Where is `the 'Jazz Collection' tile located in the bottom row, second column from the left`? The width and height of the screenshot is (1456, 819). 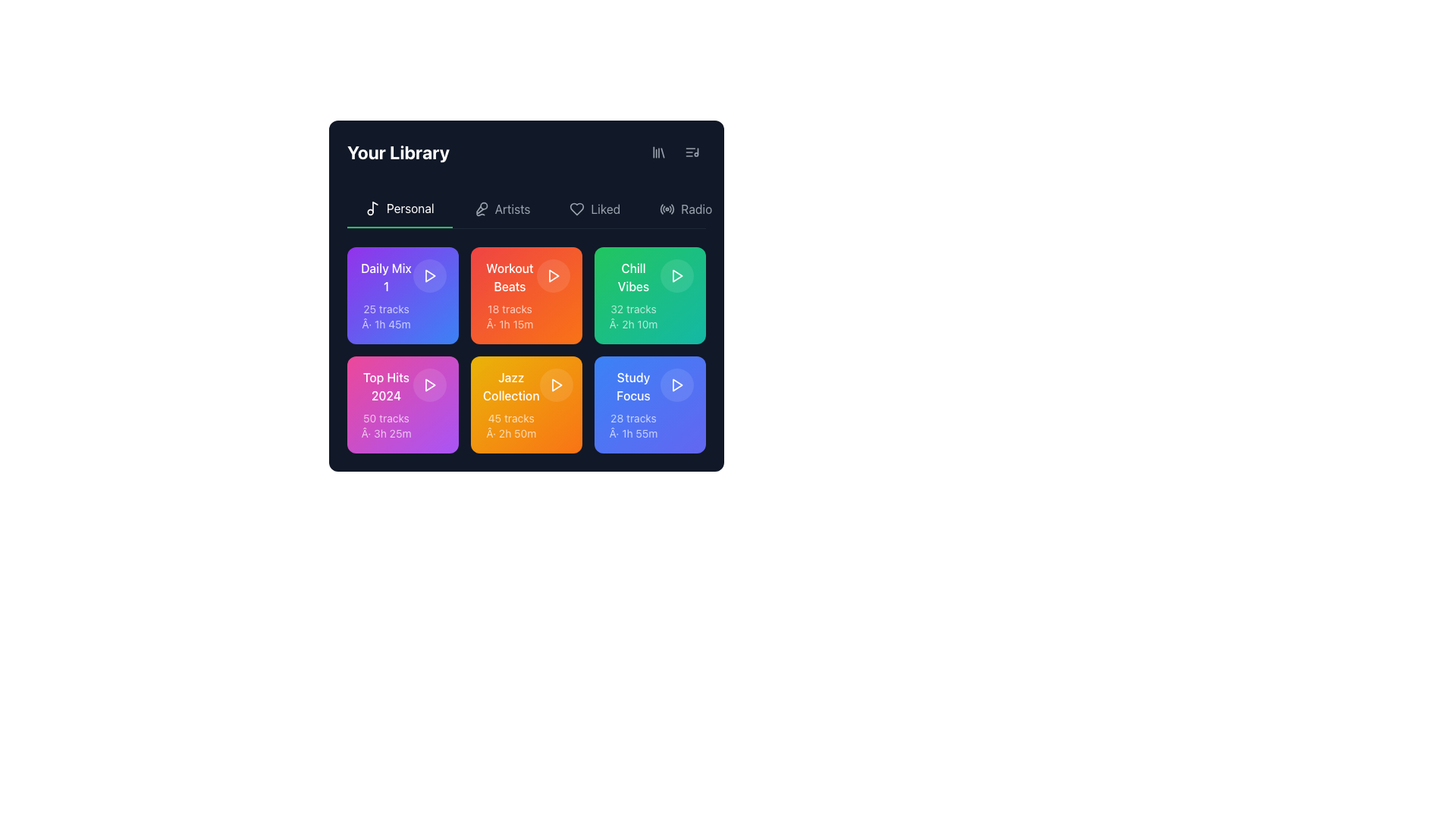 the 'Jazz Collection' tile located in the bottom row, second column from the left is located at coordinates (526, 403).